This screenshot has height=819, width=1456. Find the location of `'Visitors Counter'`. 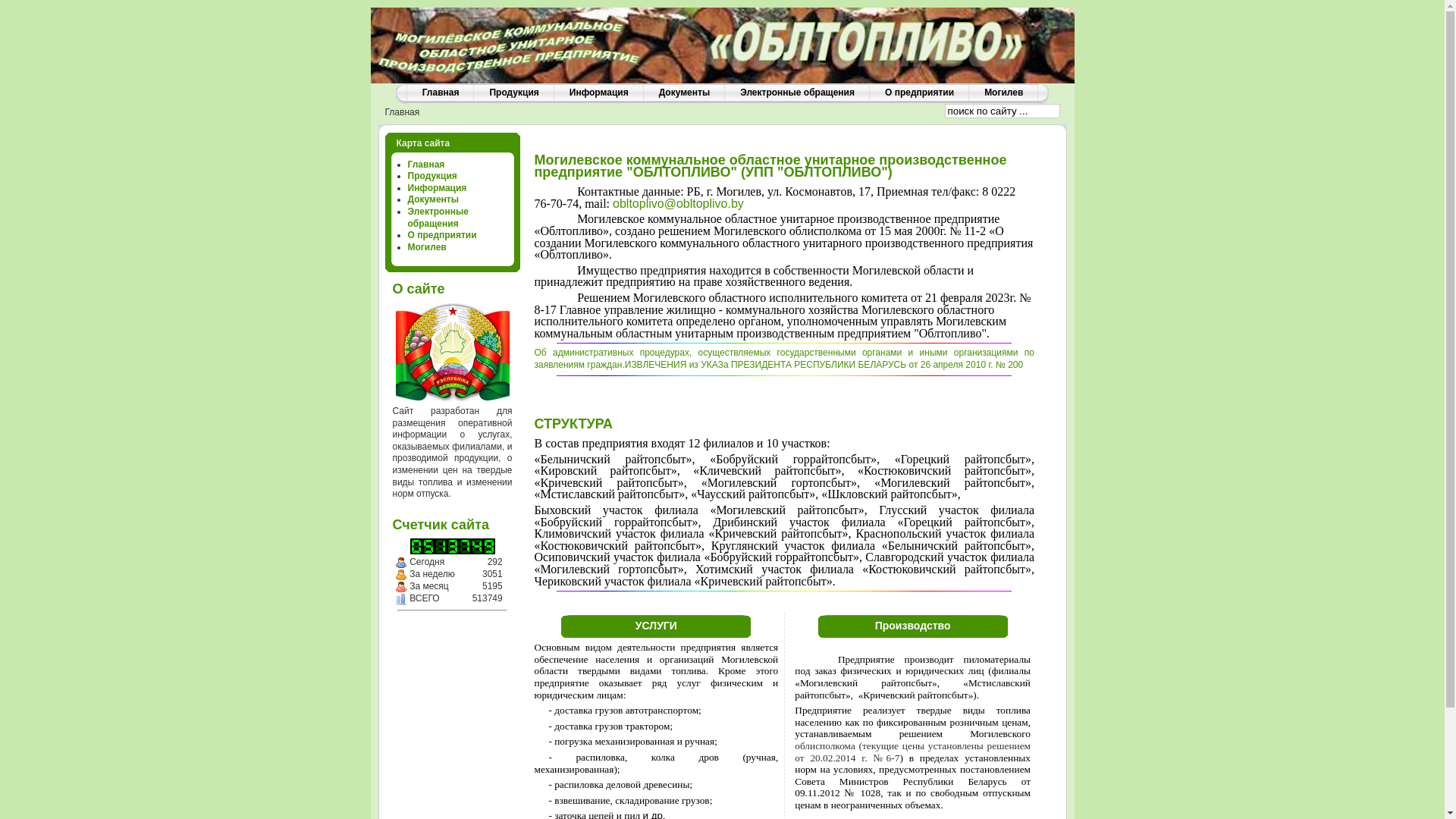

'Visitors Counter' is located at coordinates (400, 598).